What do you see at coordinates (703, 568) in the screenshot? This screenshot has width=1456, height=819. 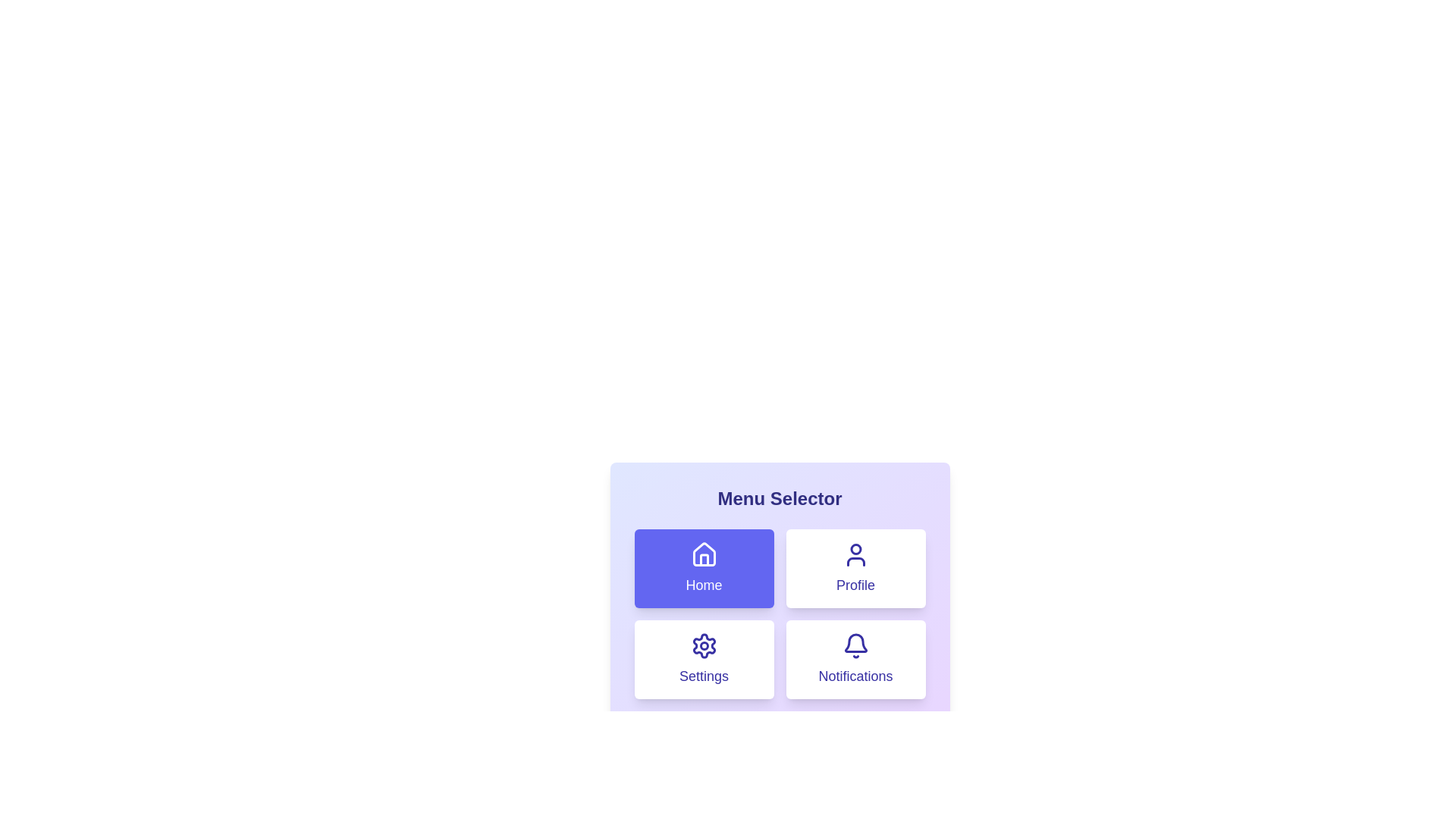 I see `the menu option Home` at bounding box center [703, 568].